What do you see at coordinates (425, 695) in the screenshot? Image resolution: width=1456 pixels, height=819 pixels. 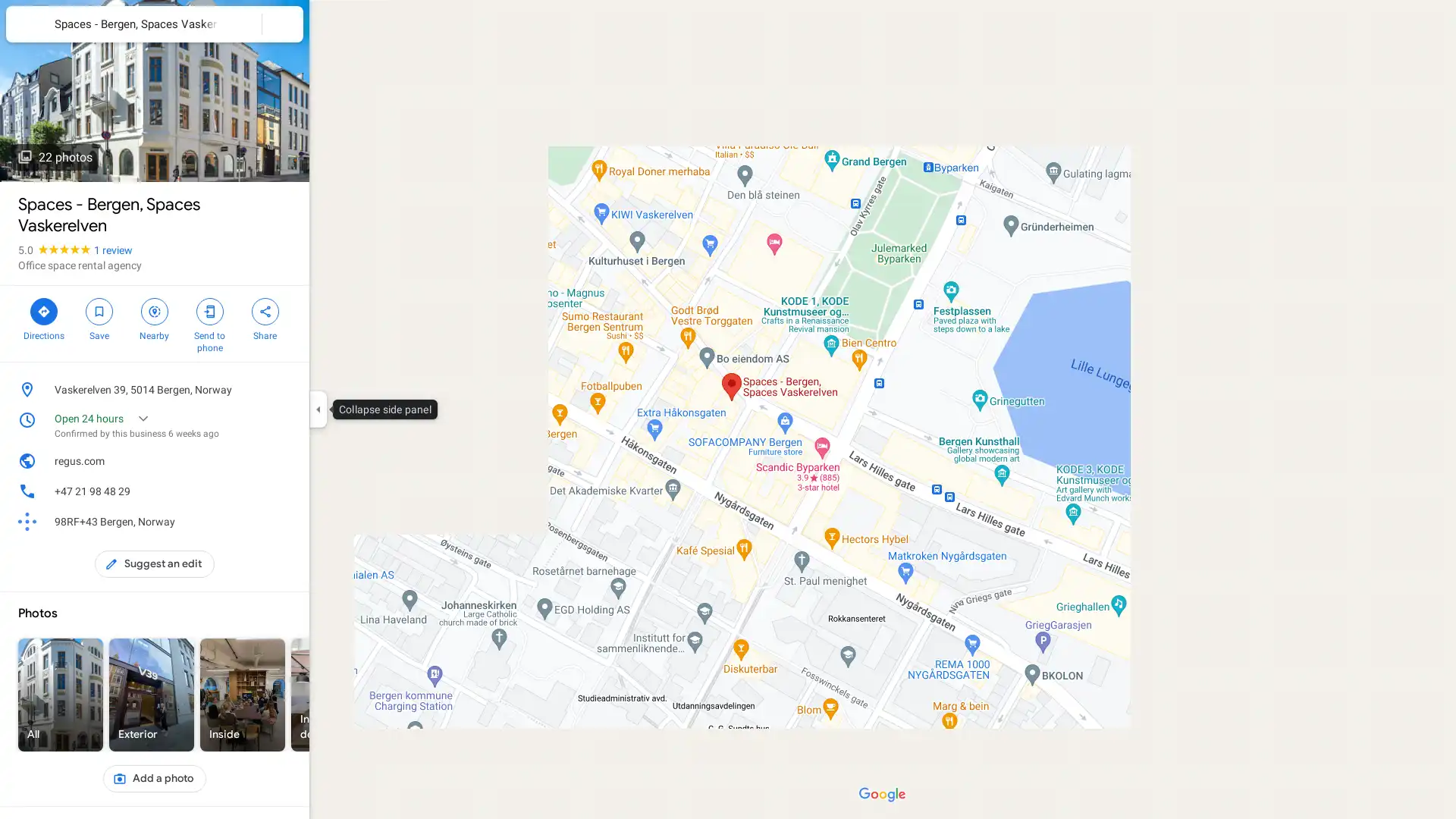 I see `By owner` at bounding box center [425, 695].